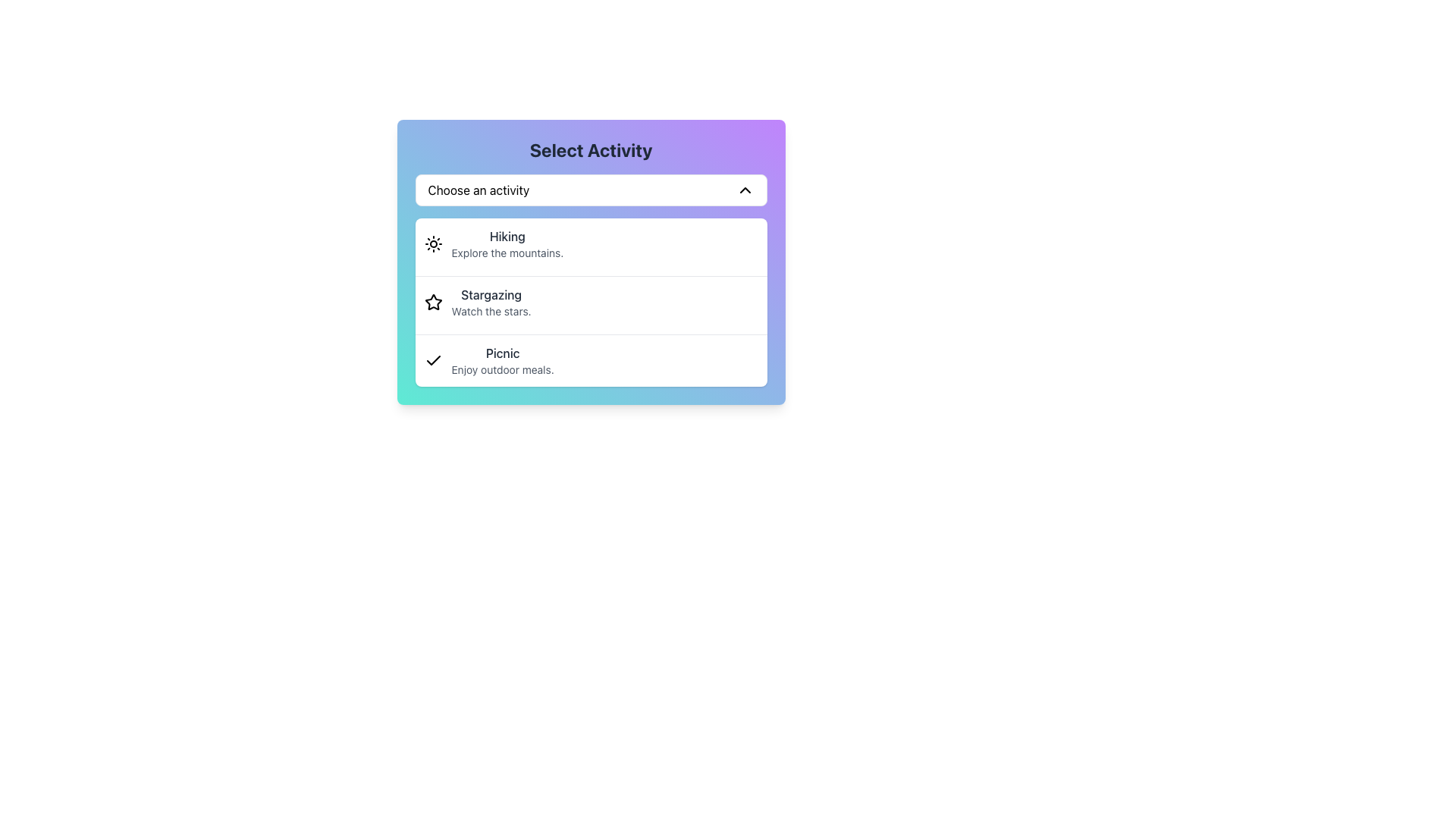 The image size is (1456, 819). What do you see at coordinates (491, 302) in the screenshot?
I see `text of the second activity option 'Stargazing' in the dropdown list under 'Select Activity', identifiable by the star icon` at bounding box center [491, 302].